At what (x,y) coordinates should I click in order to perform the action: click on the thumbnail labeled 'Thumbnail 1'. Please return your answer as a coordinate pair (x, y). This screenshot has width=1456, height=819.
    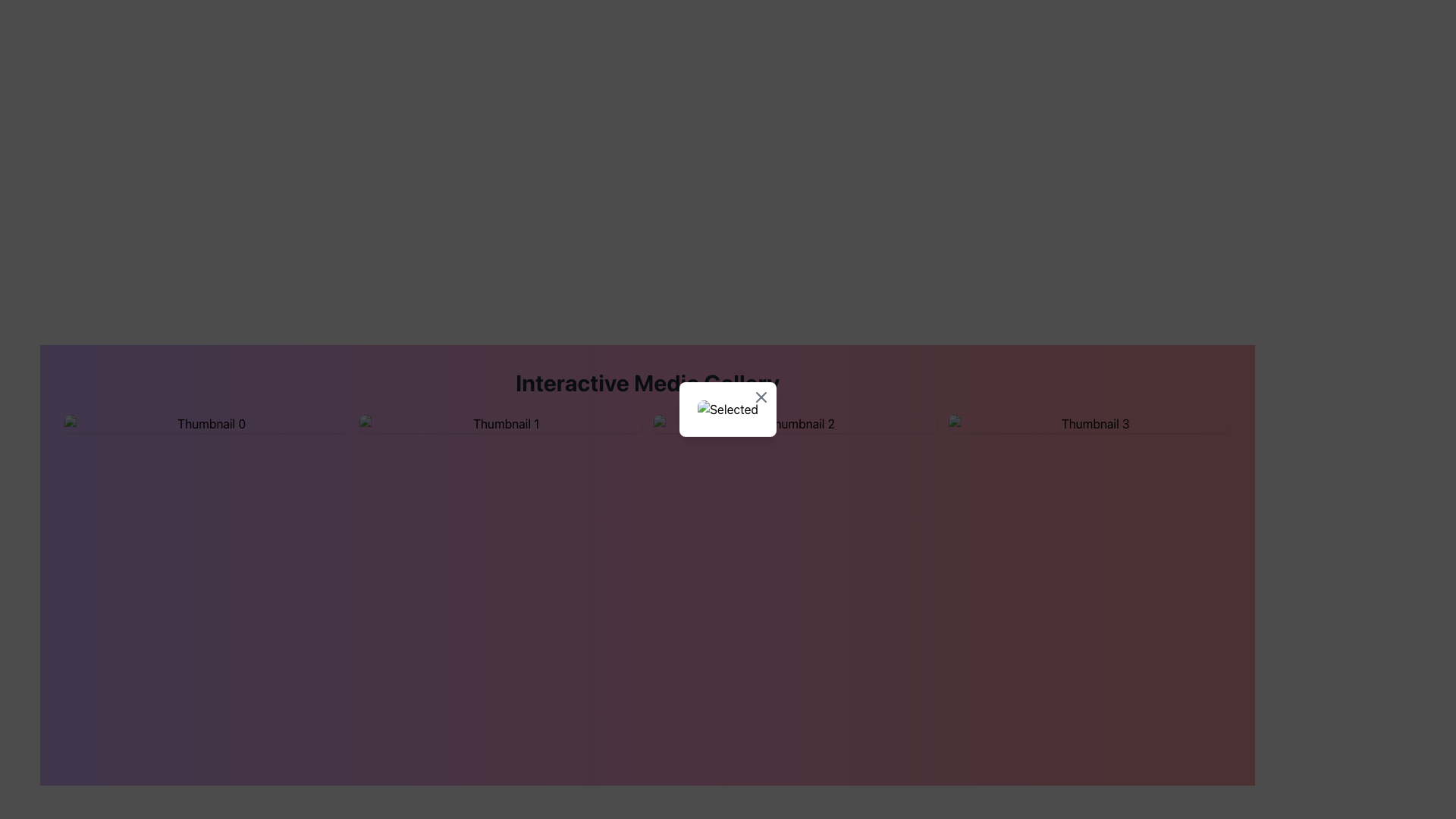
    Looking at the image, I should click on (500, 424).